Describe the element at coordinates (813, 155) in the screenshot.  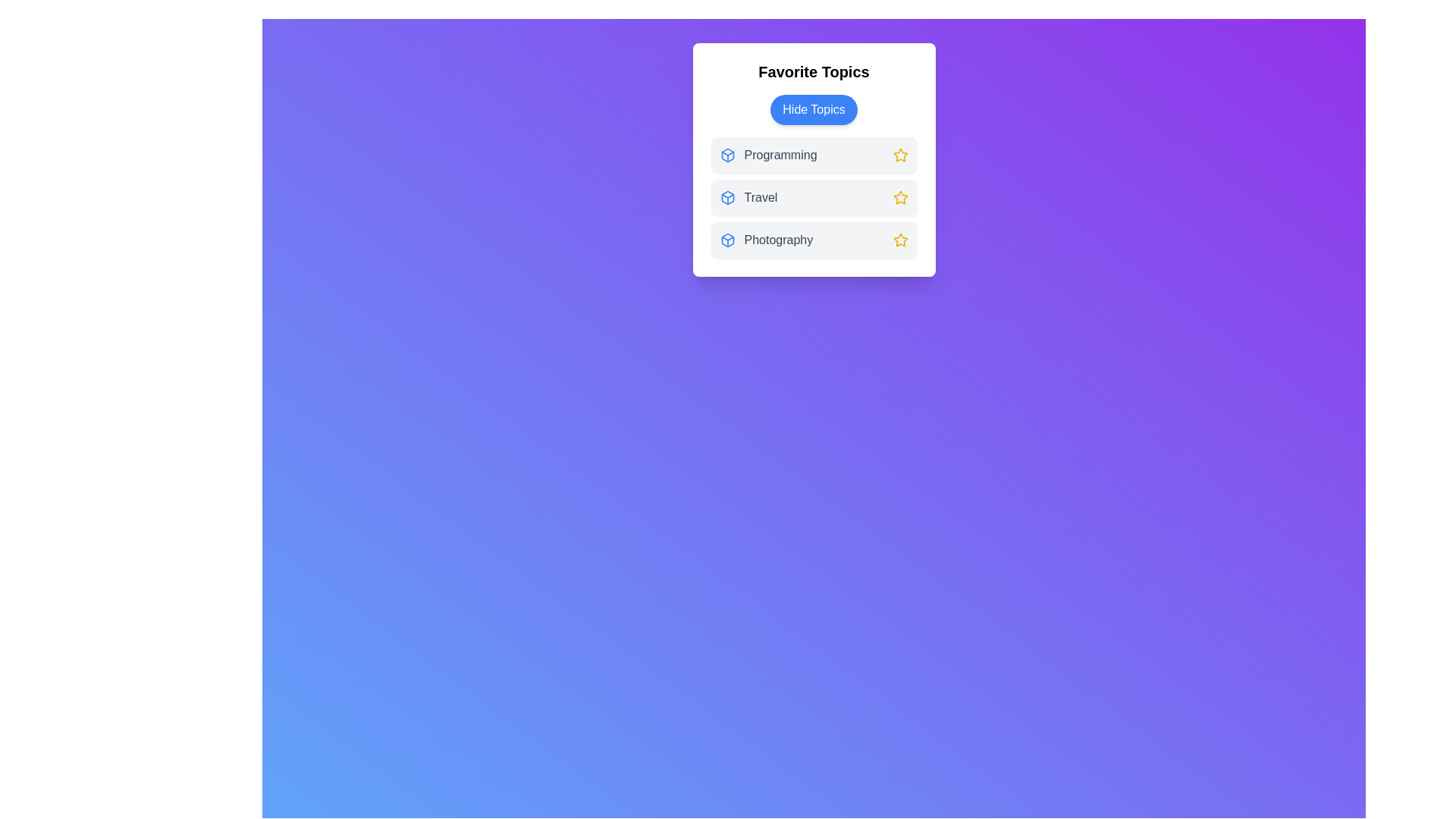
I see `the static label 'Programming' which is the first item in the list under 'Favorite Topics', featuring a blue cube icon on the left and a yellow star icon on the right` at that location.